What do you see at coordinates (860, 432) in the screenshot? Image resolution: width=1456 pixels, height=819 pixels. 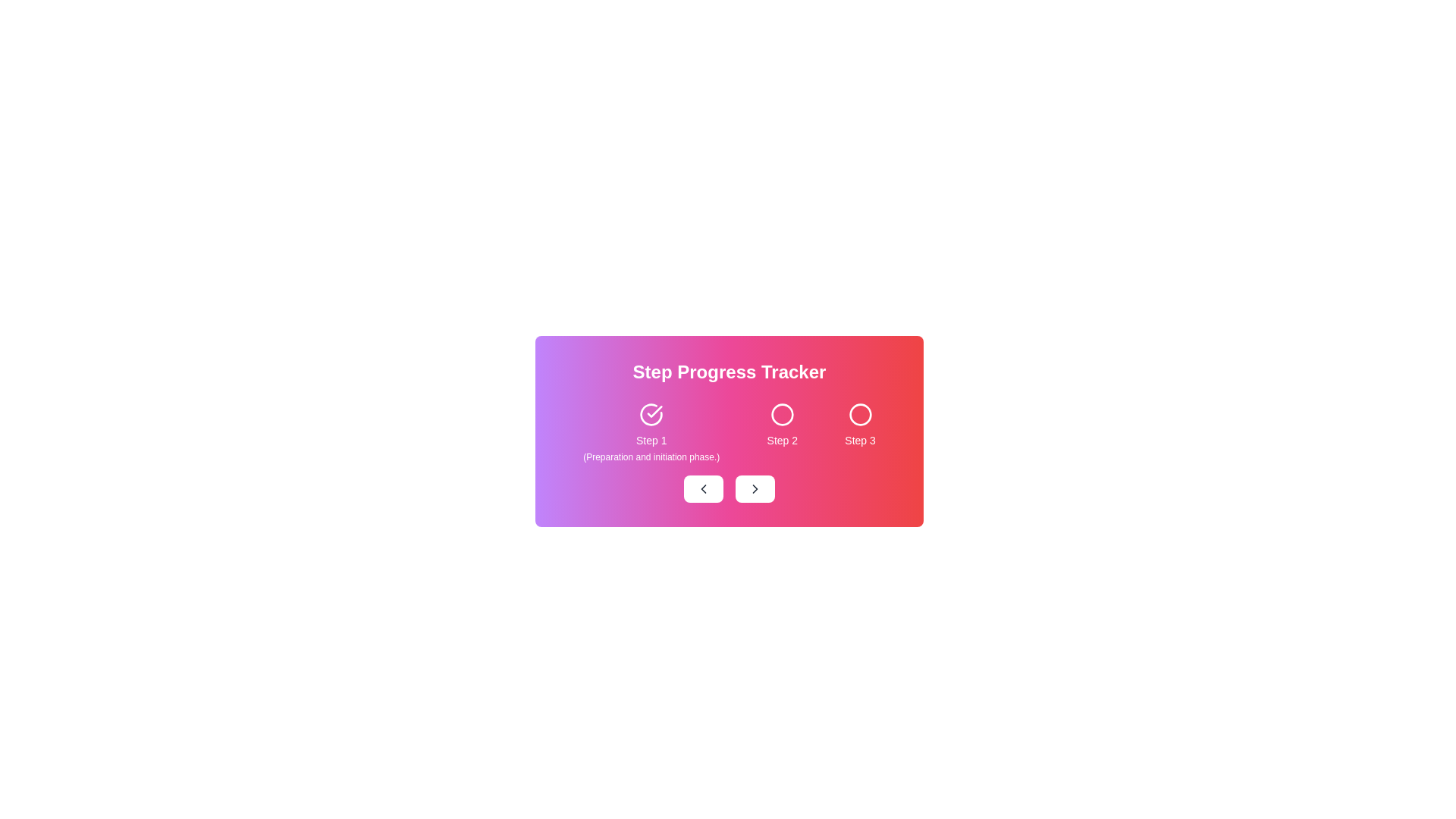 I see `the circular icon labeled 'Step 3' in the progress indicator, which is the third item in the horizontal step tracker` at bounding box center [860, 432].